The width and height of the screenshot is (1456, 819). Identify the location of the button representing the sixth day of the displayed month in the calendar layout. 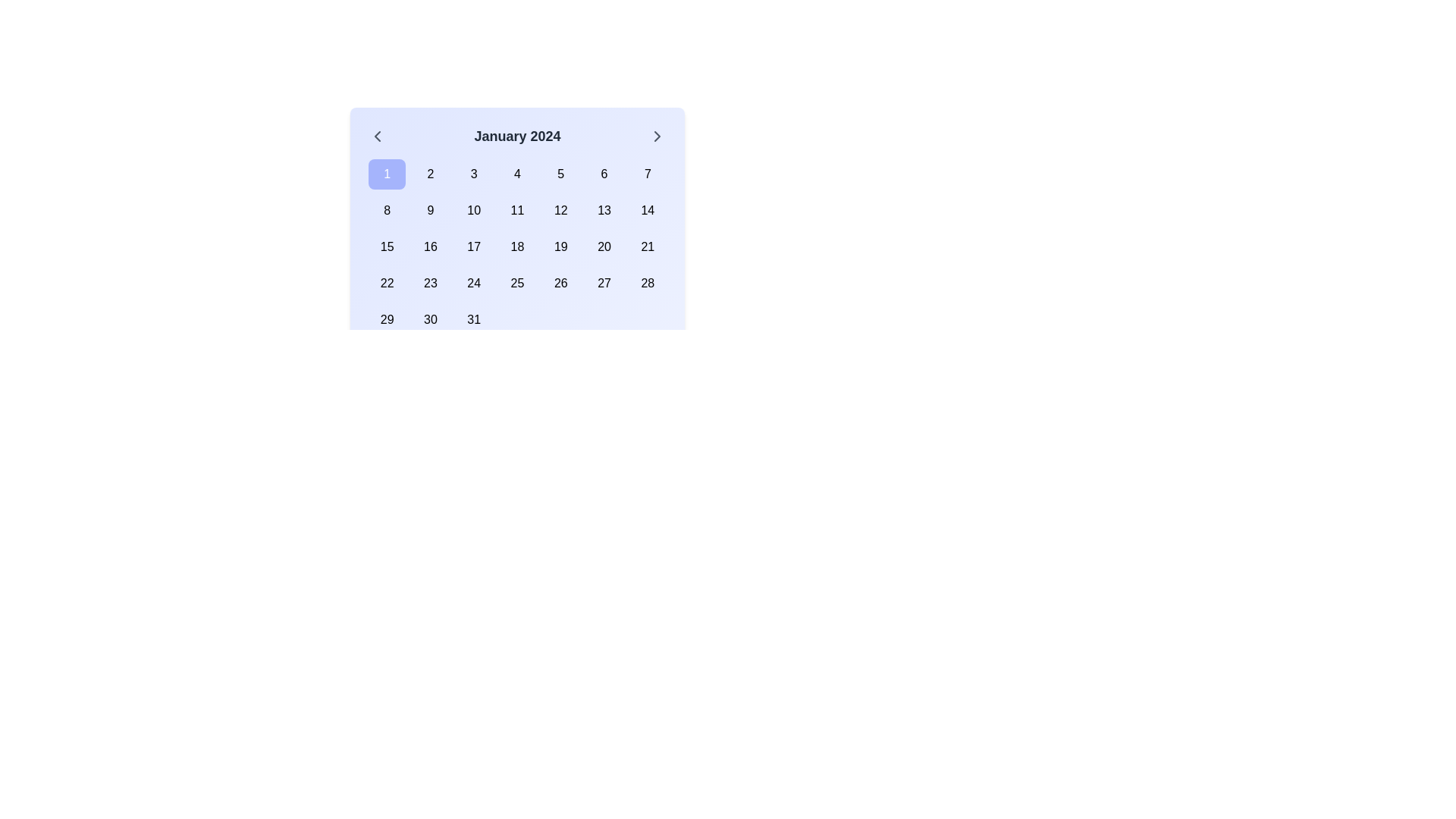
(603, 174).